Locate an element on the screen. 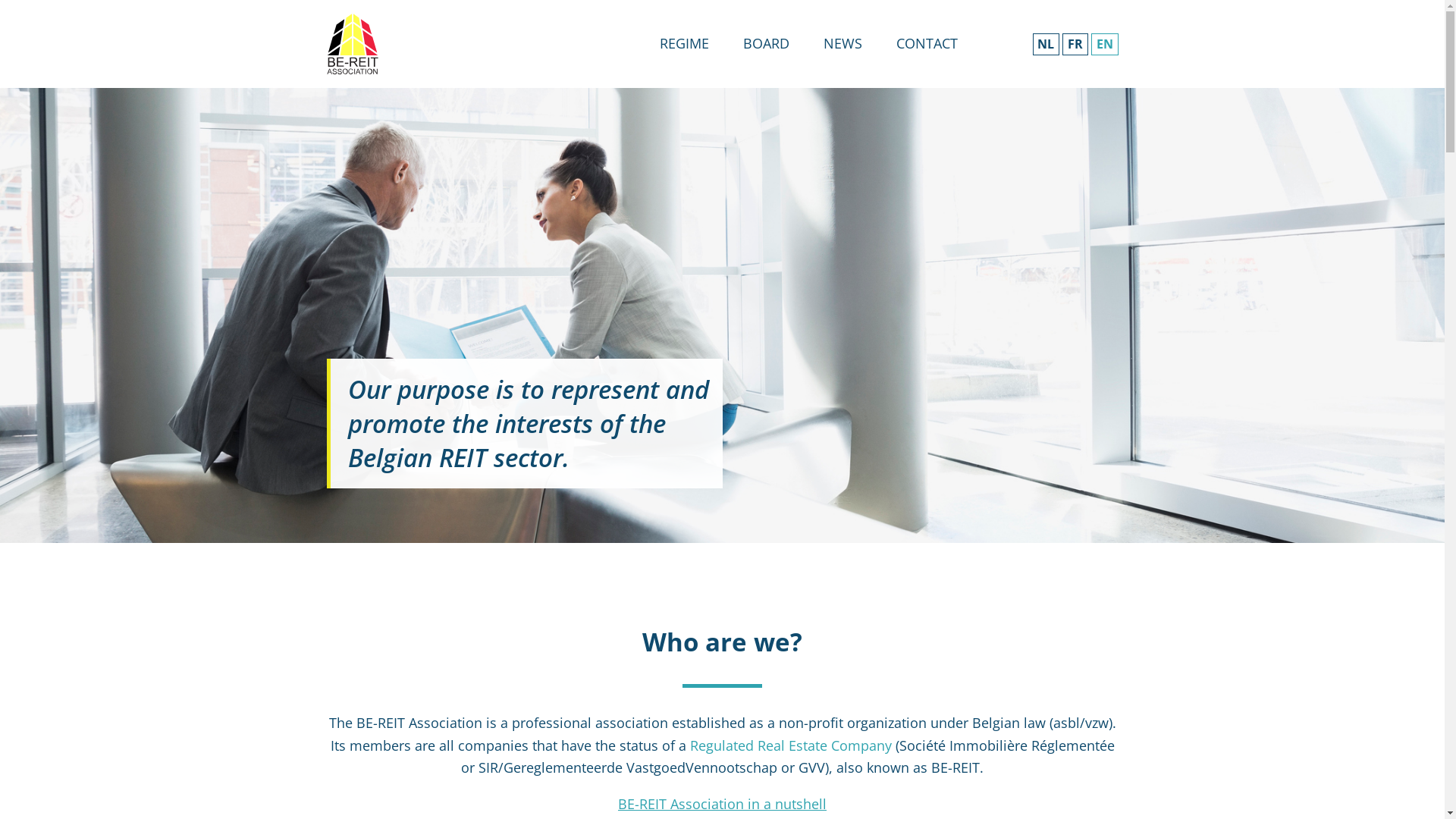 The width and height of the screenshot is (1456, 819). 'BE-REIT Association in a nutshell' is located at coordinates (721, 803).